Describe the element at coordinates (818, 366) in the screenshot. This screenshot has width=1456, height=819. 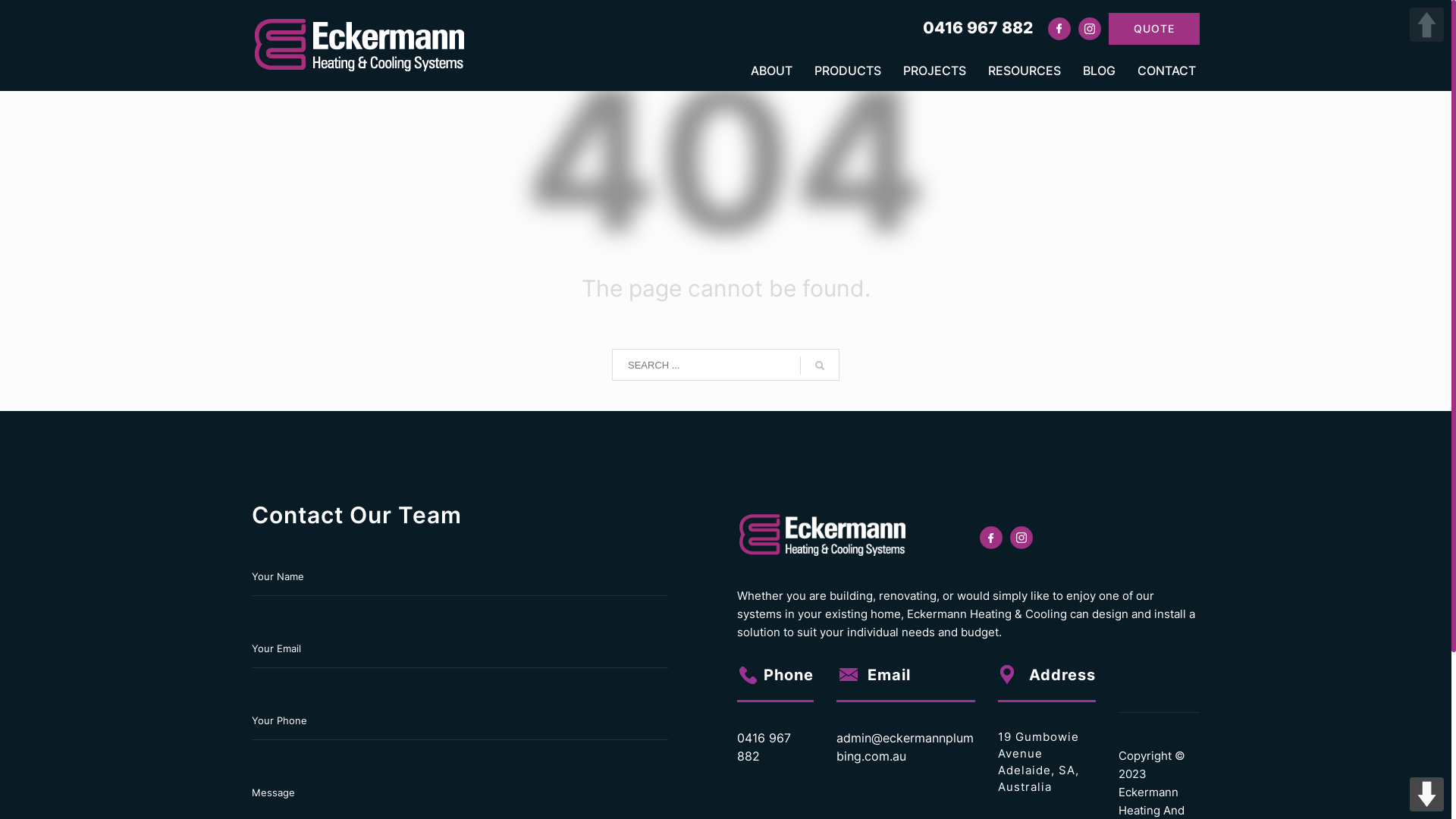
I see `'go'` at that location.